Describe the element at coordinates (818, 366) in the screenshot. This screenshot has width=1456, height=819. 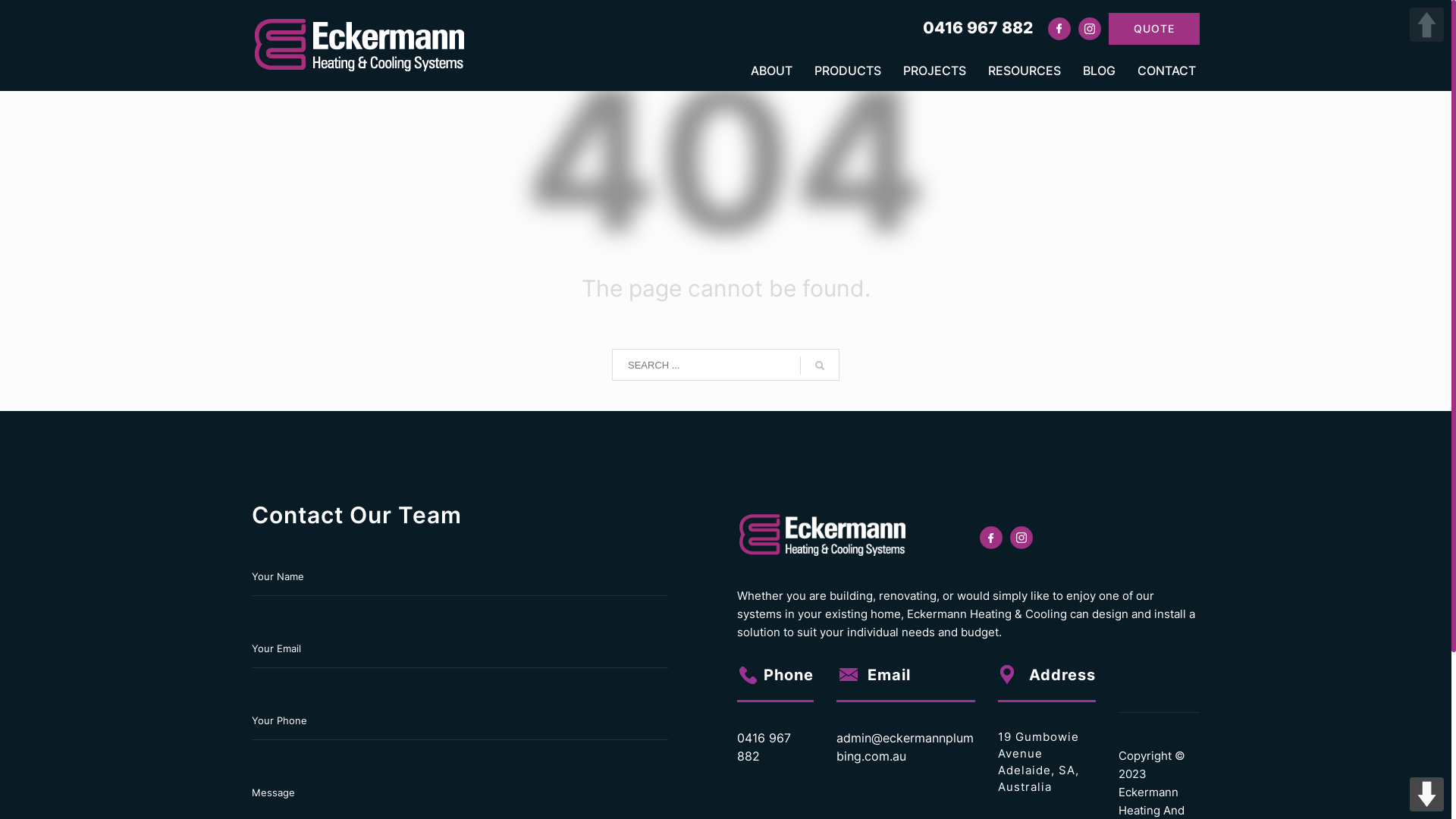
I see `'go'` at that location.